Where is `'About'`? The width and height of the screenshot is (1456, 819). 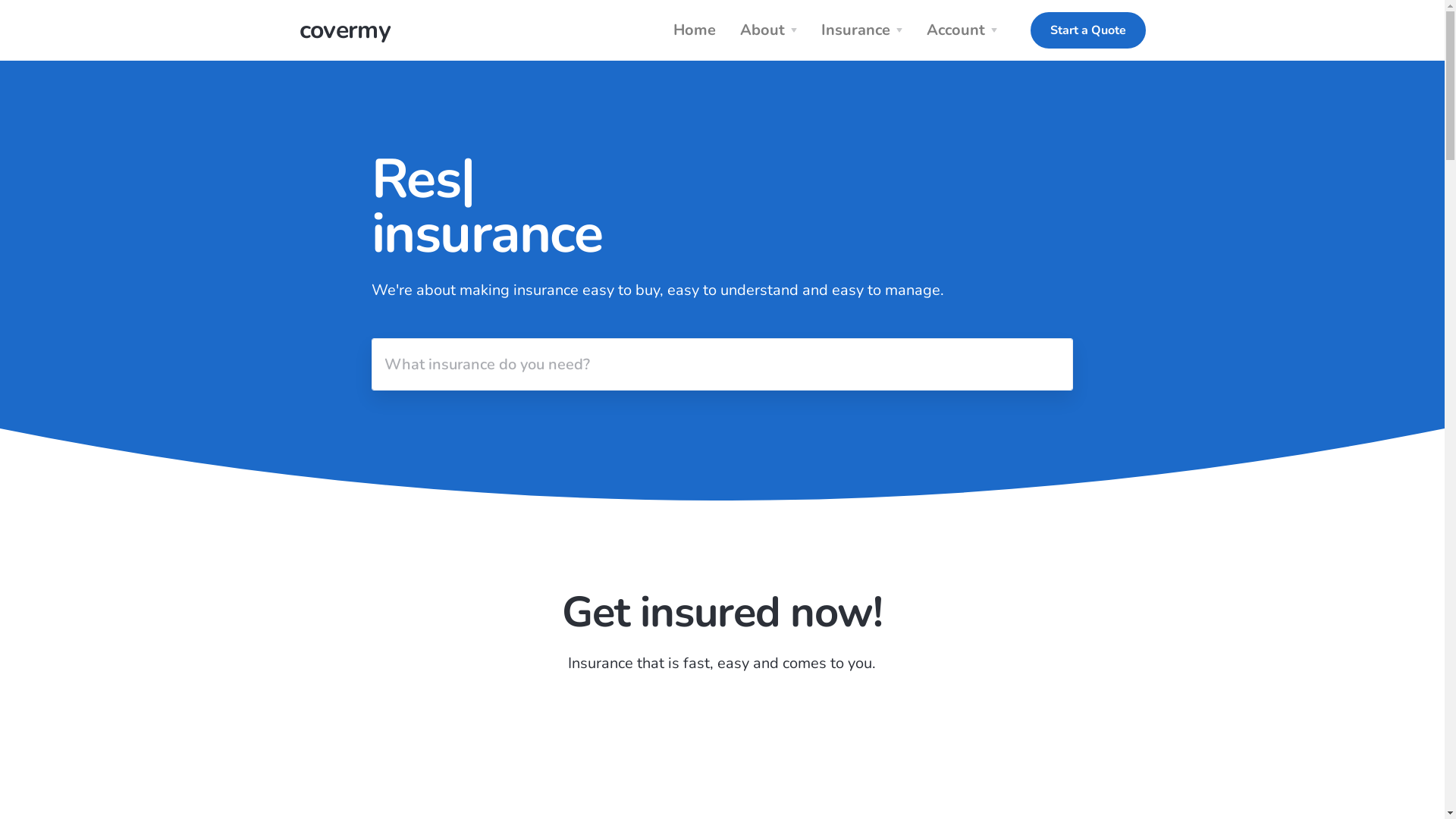
'About' is located at coordinates (771, 30).